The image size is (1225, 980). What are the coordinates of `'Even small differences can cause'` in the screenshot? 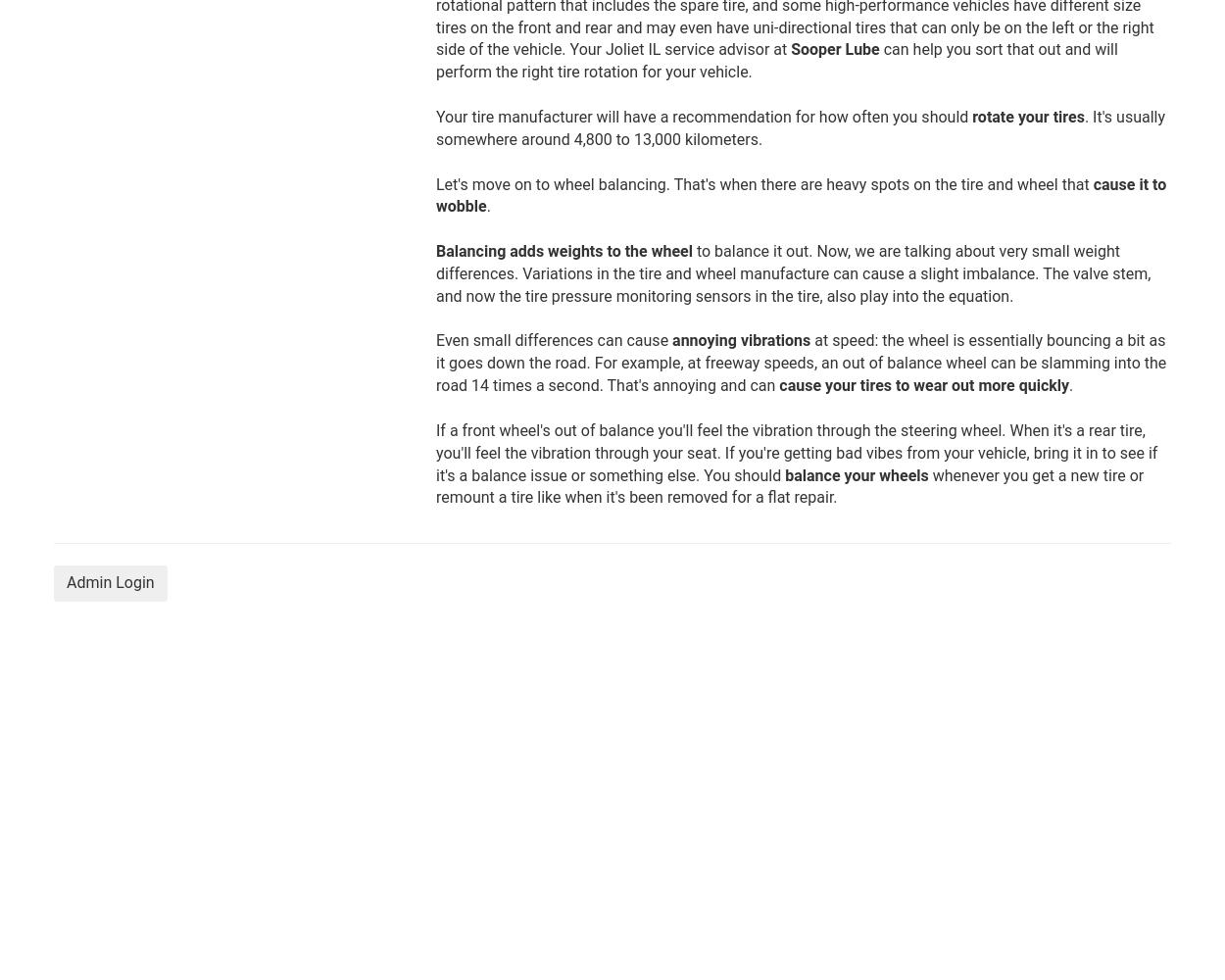 It's located at (435, 339).